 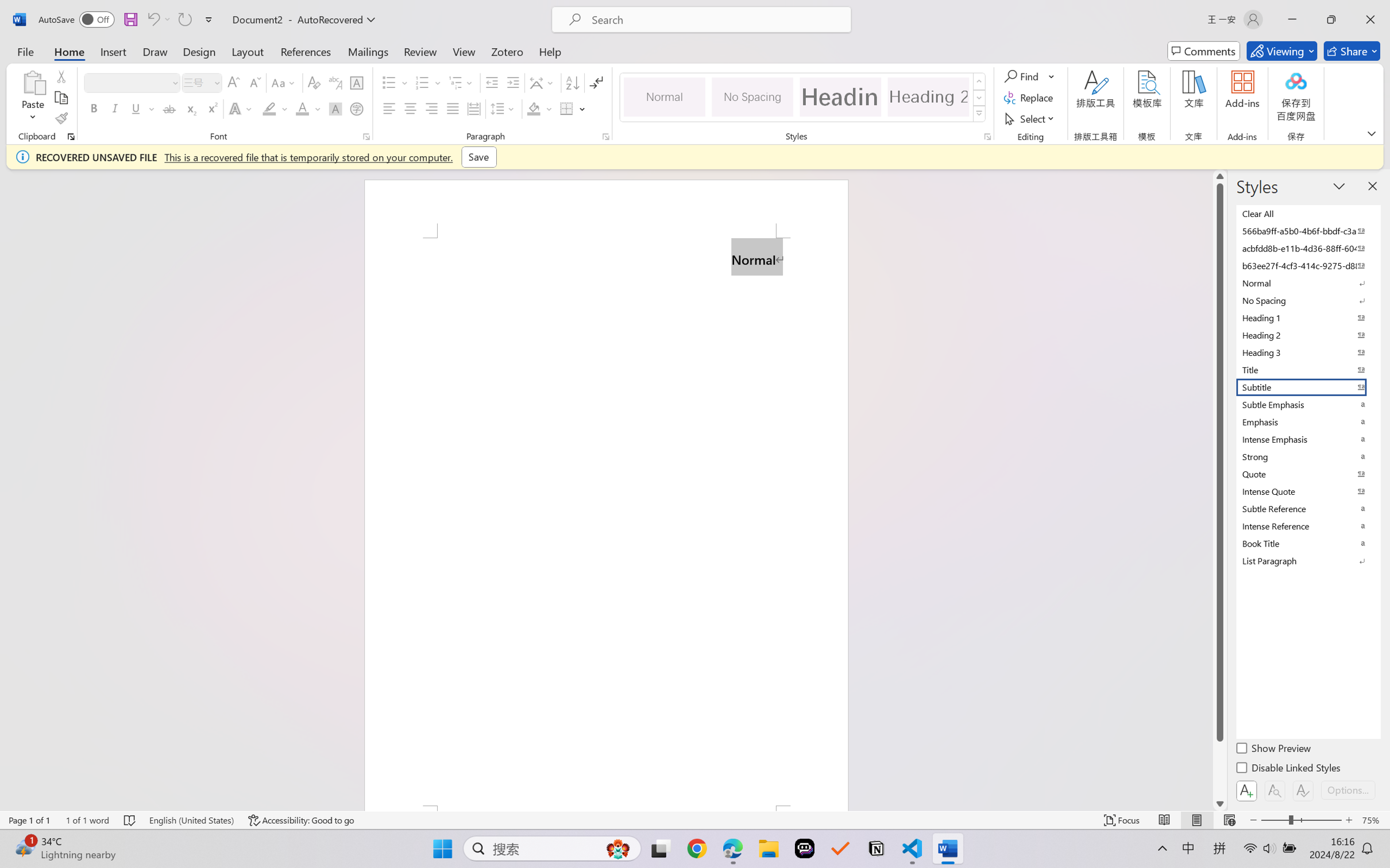 What do you see at coordinates (928, 96) in the screenshot?
I see `'Heading 2'` at bounding box center [928, 96].